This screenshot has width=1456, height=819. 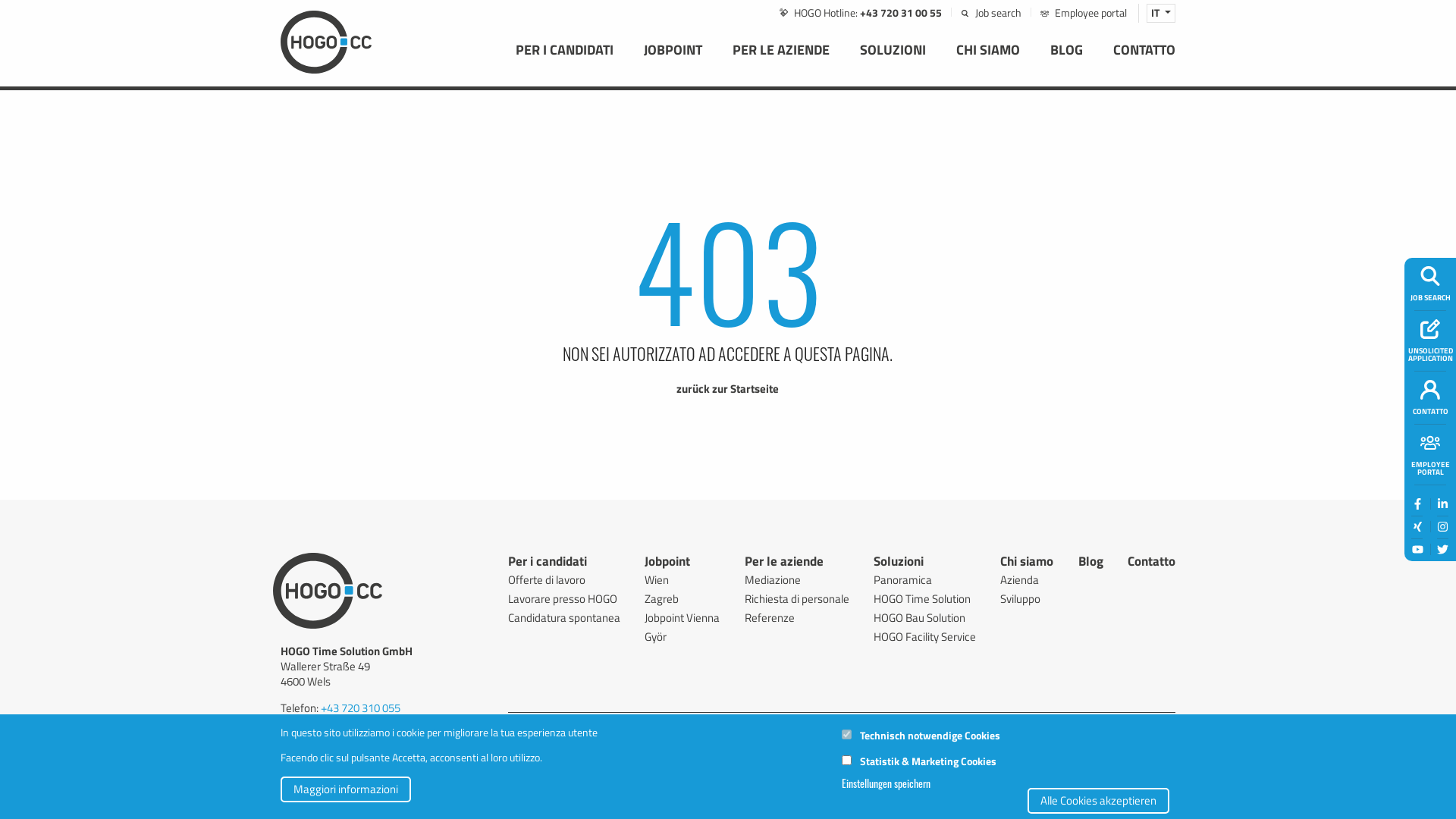 What do you see at coordinates (629, 59) in the screenshot?
I see `'JOBPOINT'` at bounding box center [629, 59].